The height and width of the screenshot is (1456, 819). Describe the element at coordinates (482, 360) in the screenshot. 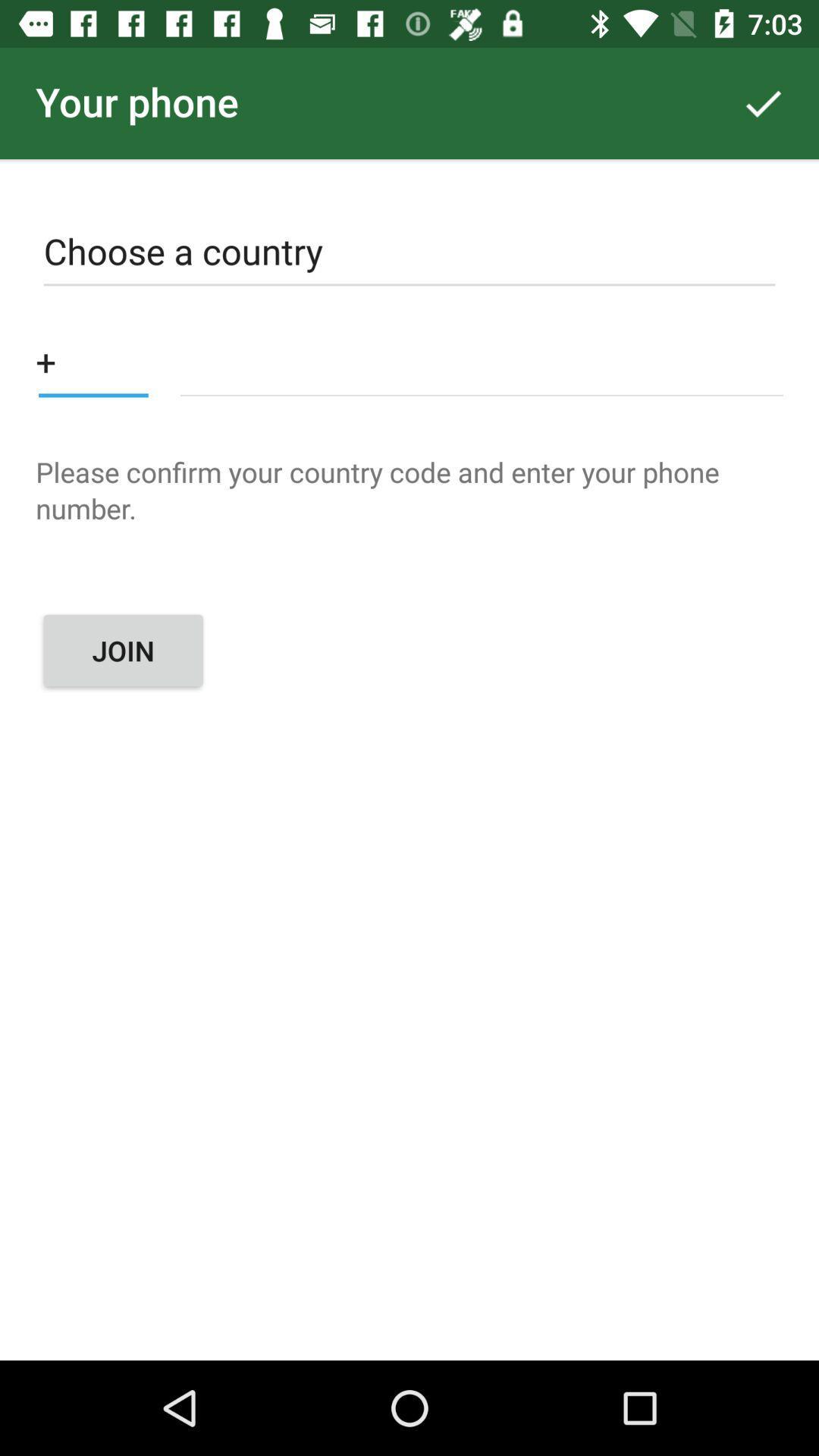

I see `phone number` at that location.